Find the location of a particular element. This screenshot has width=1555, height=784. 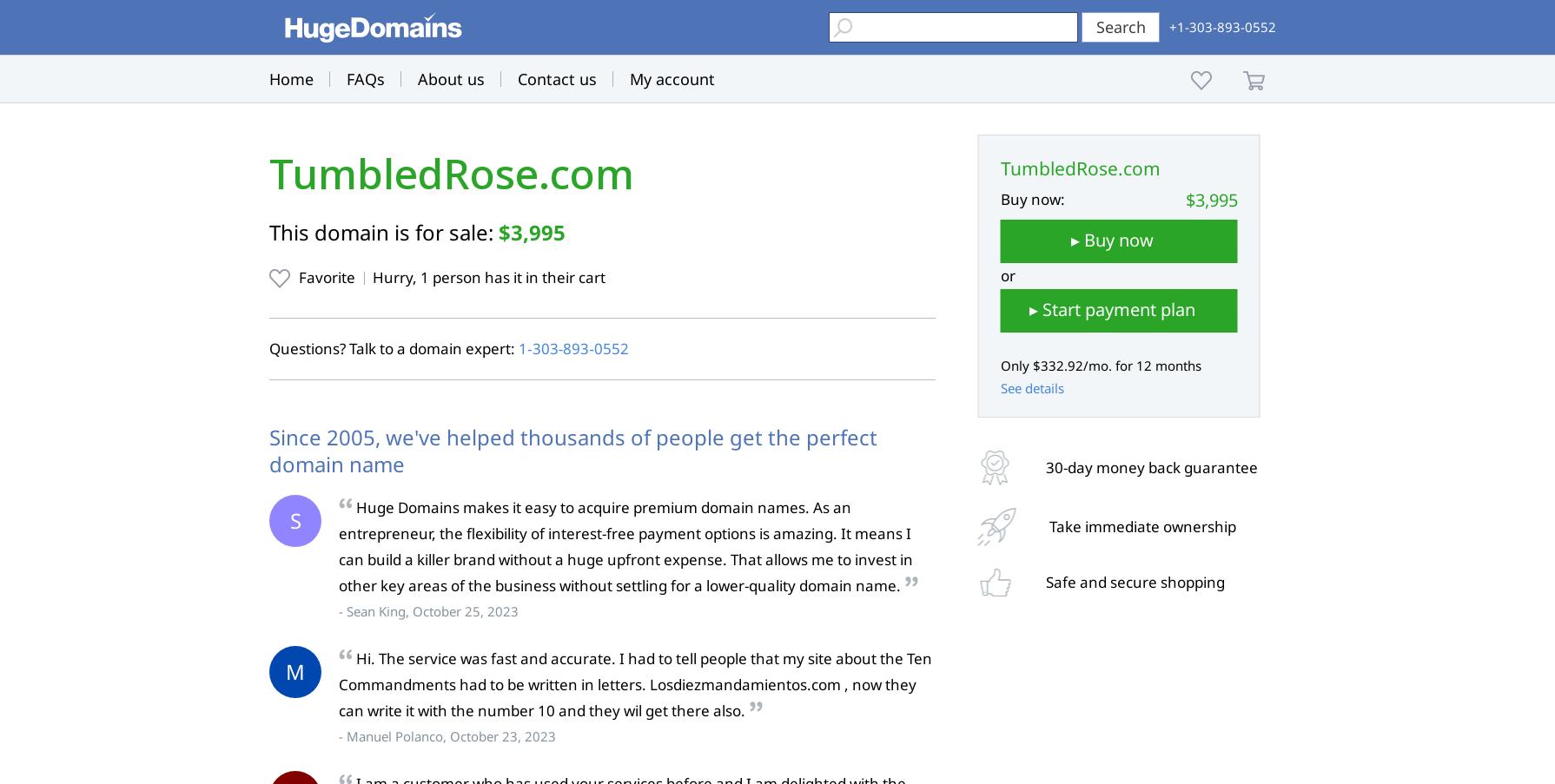

'TumbledRose.com' is located at coordinates (450, 174).